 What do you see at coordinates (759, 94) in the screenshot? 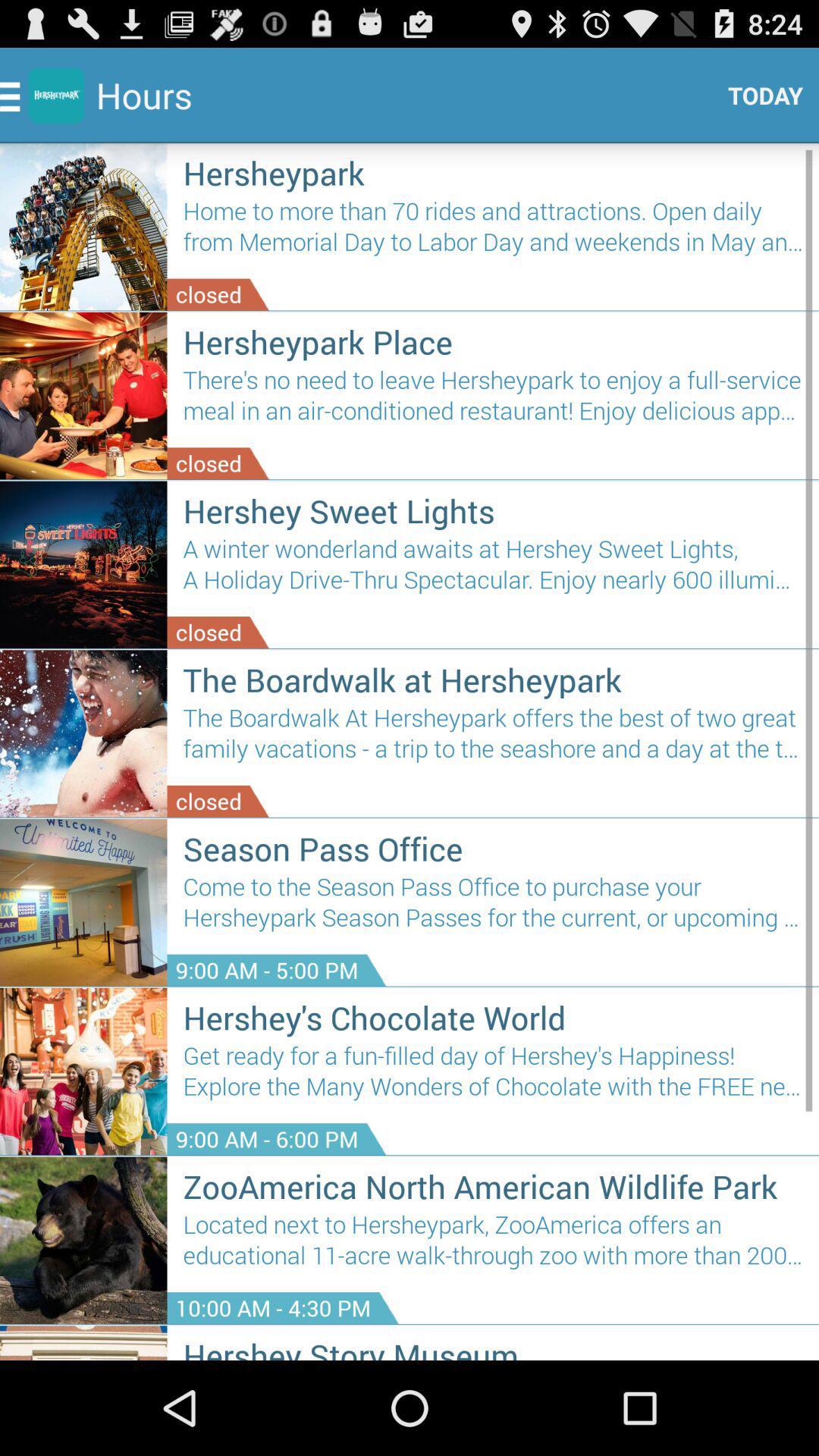
I see `the app to the right of the hours icon` at bounding box center [759, 94].